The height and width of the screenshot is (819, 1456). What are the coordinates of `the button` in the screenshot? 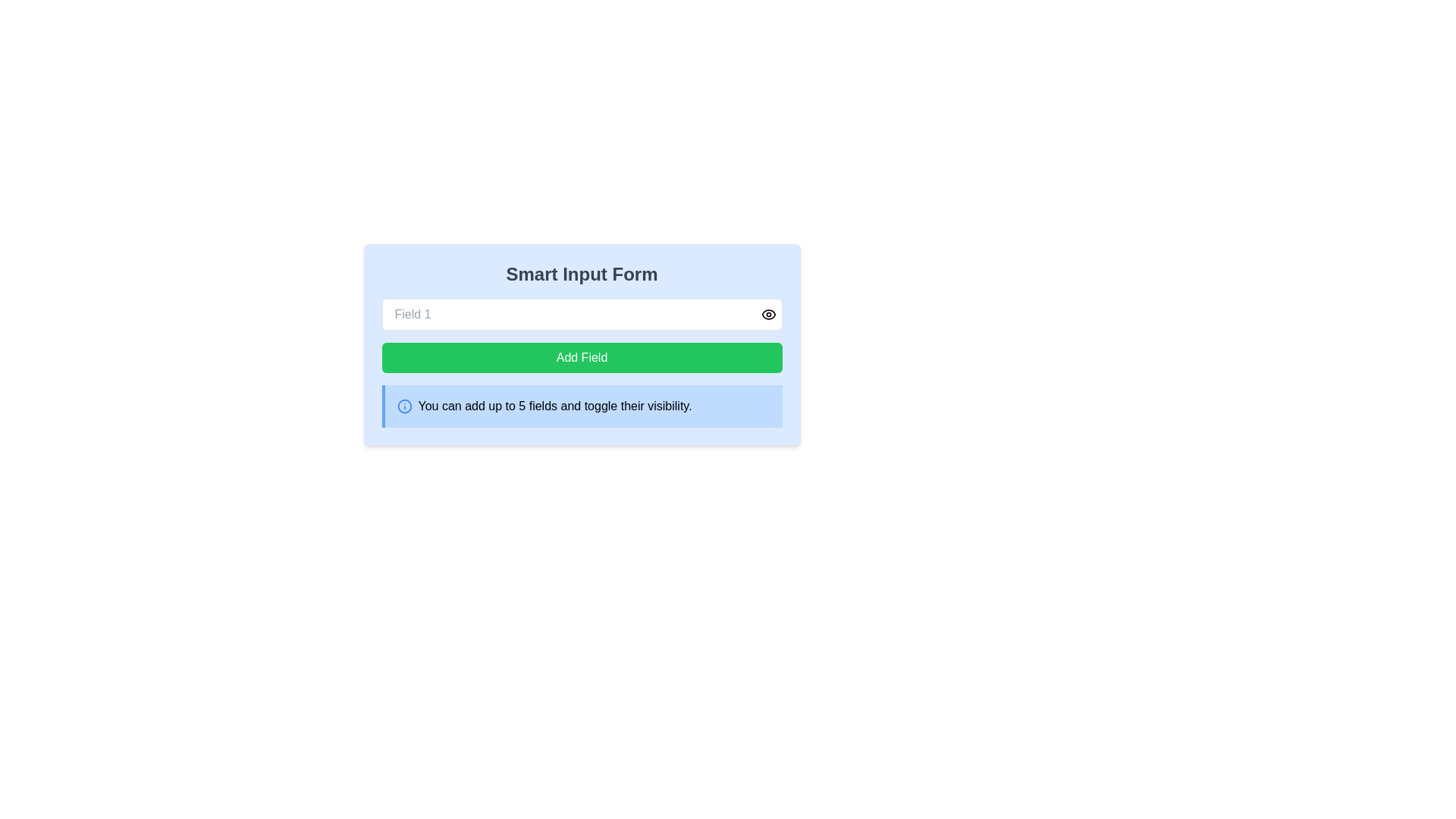 It's located at (581, 357).